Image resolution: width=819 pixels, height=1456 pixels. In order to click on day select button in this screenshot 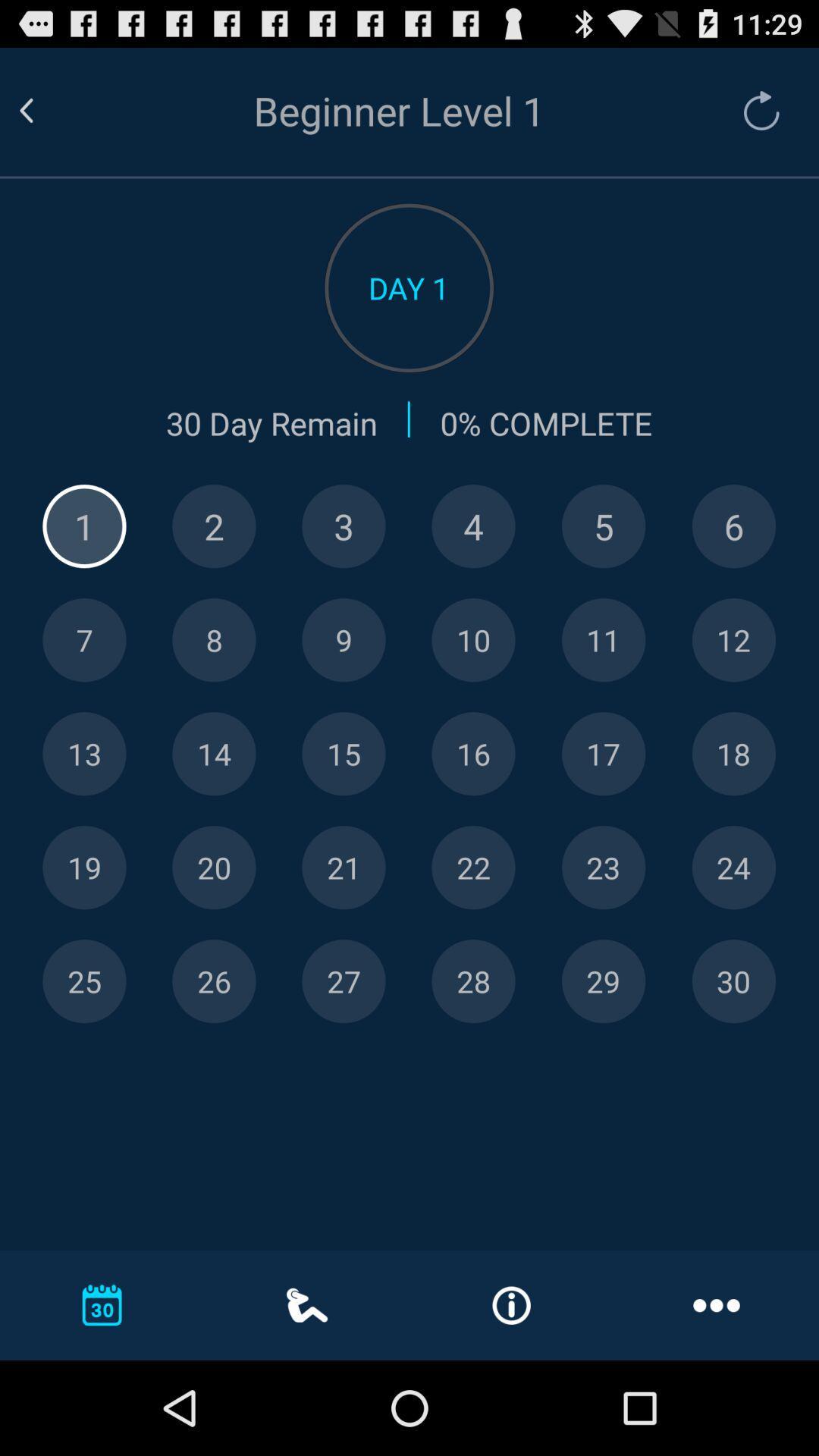, I will do `click(603, 868)`.